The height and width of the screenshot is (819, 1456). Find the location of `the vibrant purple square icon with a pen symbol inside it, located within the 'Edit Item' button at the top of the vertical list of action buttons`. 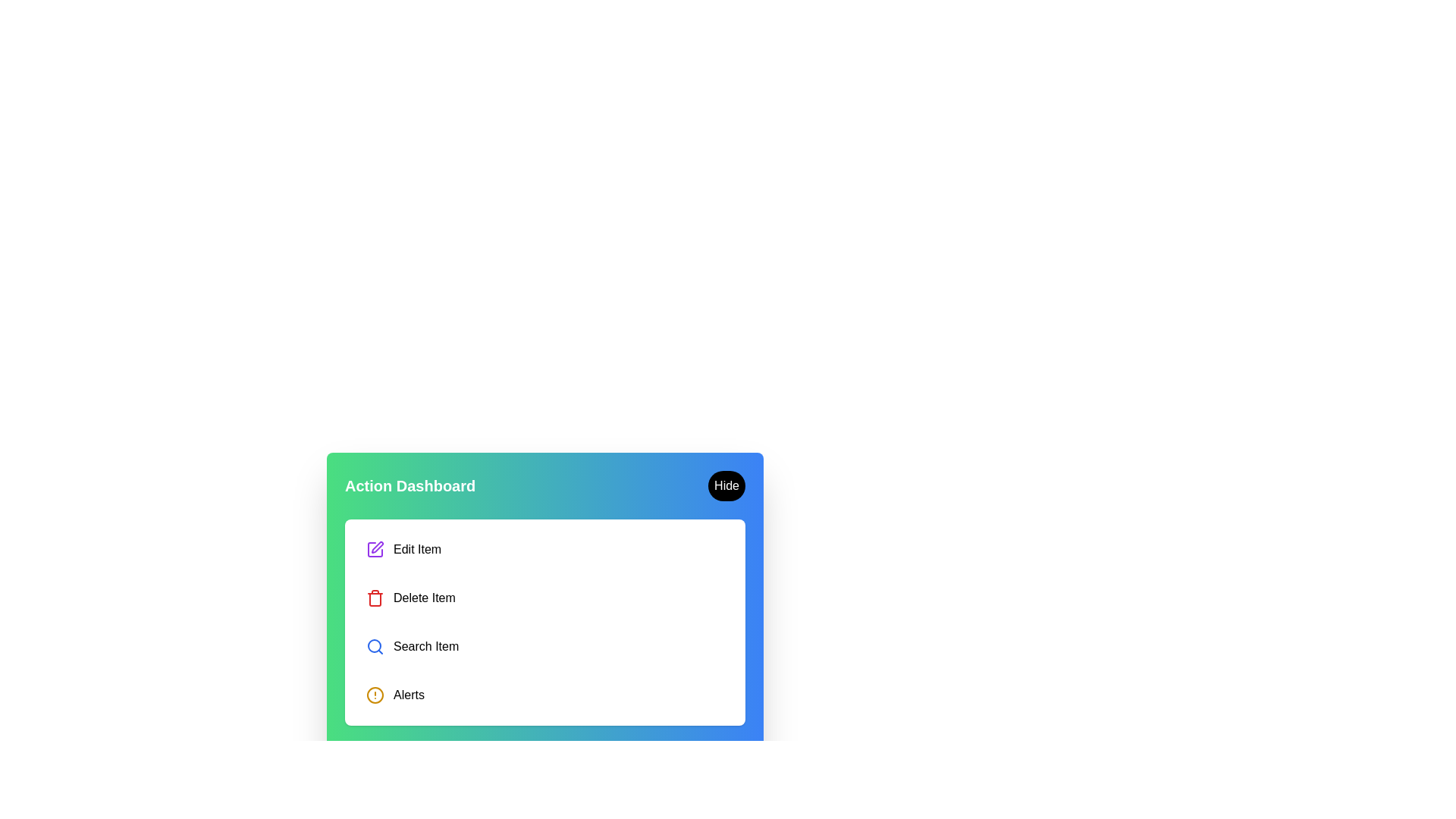

the vibrant purple square icon with a pen symbol inside it, located within the 'Edit Item' button at the top of the vertical list of action buttons is located at coordinates (375, 550).